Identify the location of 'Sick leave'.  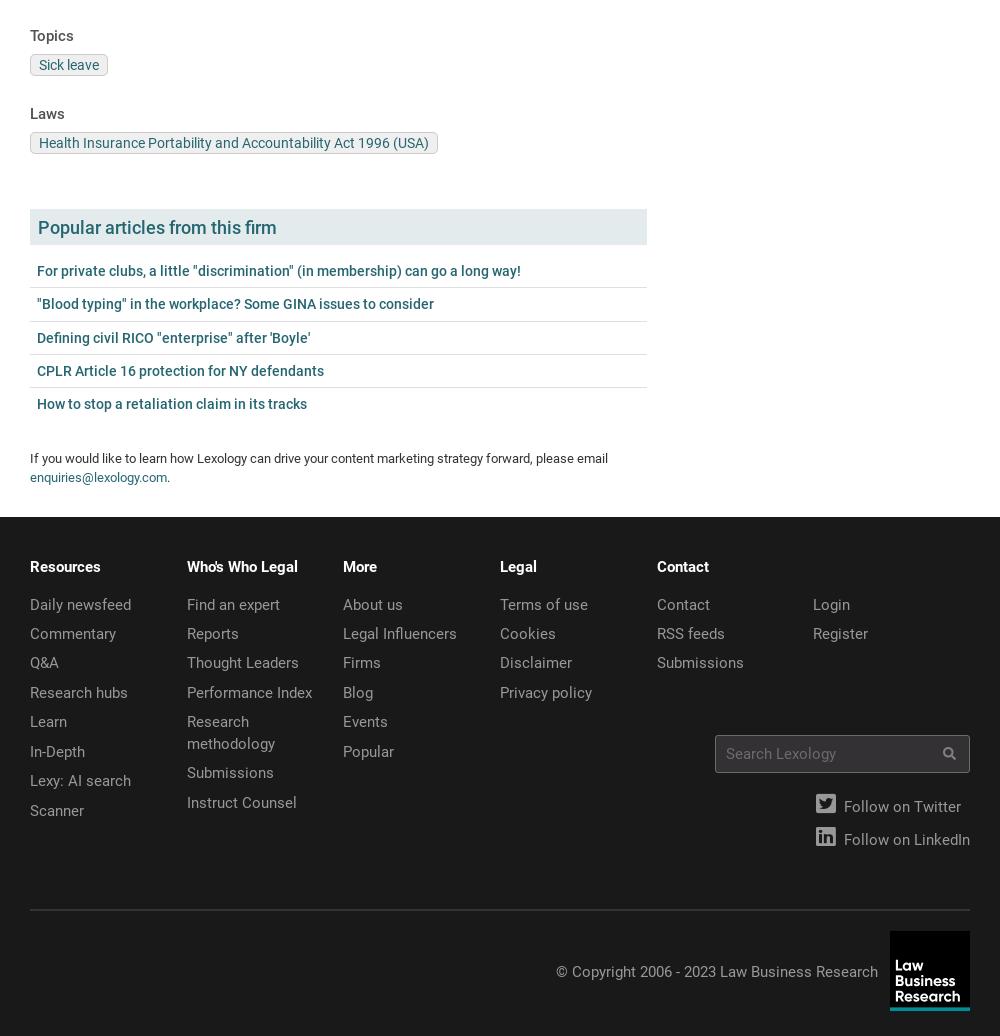
(68, 64).